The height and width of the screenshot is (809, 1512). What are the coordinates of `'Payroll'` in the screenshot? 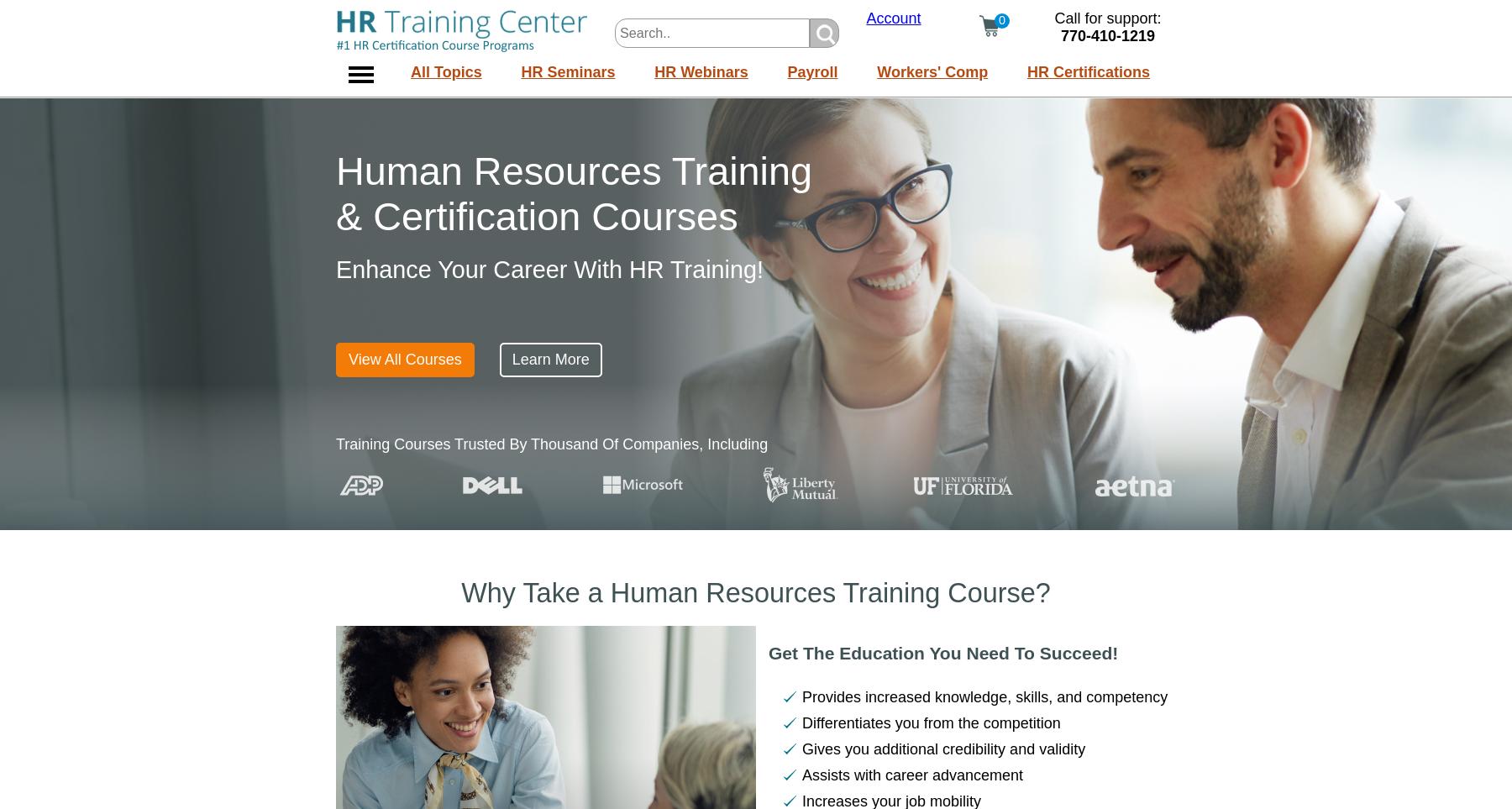 It's located at (811, 71).